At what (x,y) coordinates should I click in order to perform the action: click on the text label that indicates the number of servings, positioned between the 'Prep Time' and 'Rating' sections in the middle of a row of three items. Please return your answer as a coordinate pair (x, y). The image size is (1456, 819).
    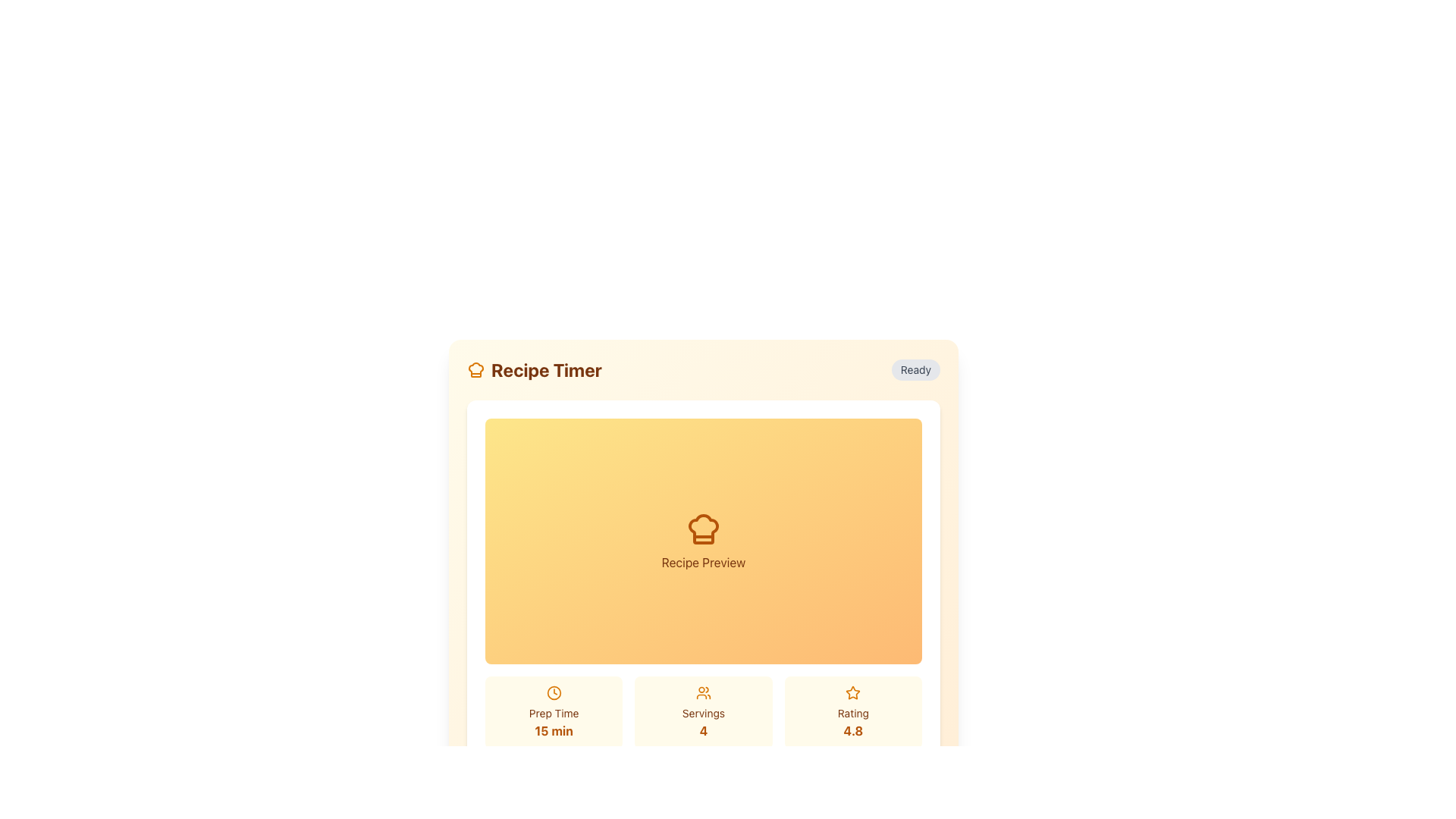
    Looking at the image, I should click on (702, 713).